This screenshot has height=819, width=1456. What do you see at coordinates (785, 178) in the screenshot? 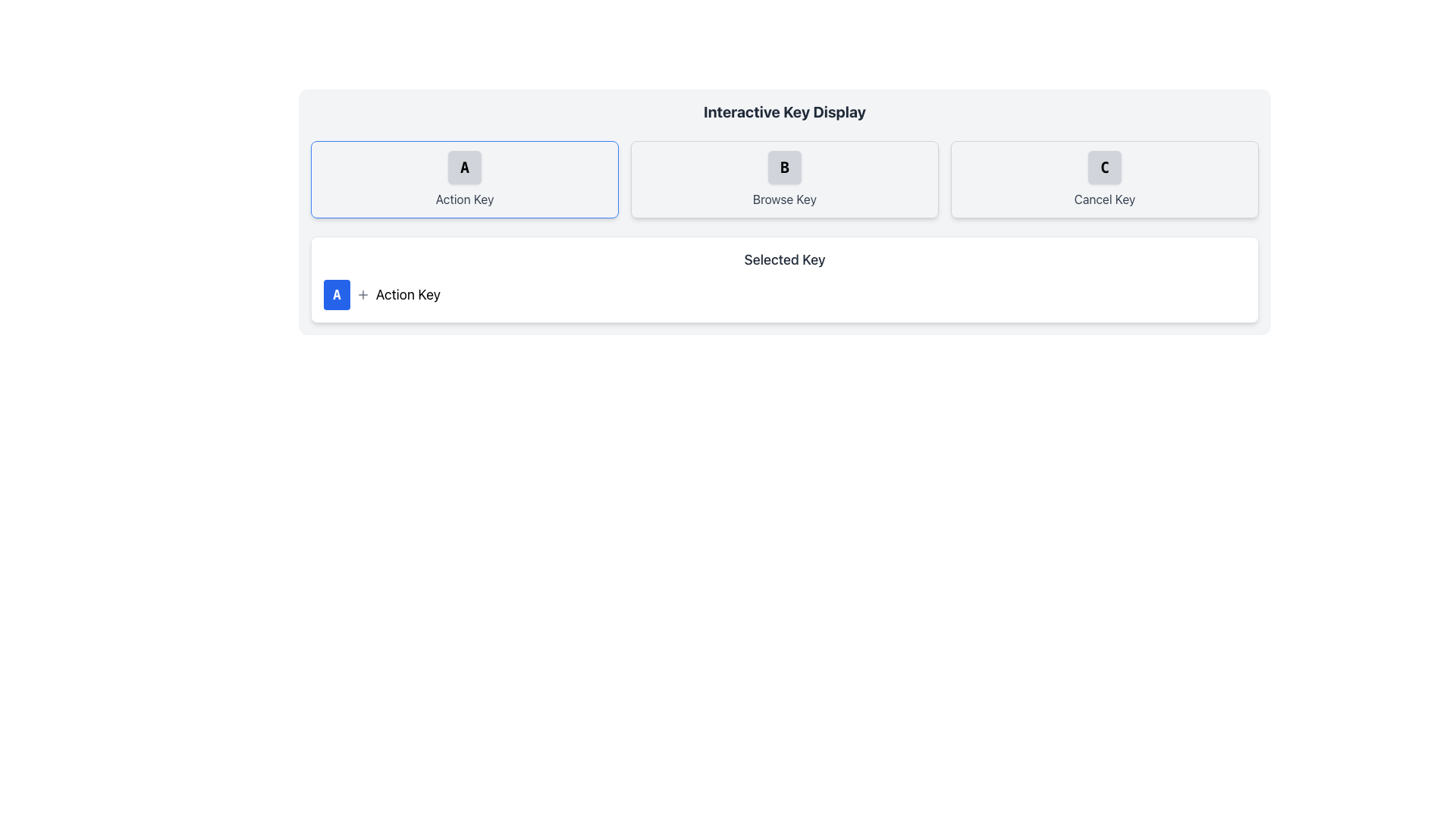
I see `the 'Browse Key' button, which is the center button in a horizontal grid of three buttons` at bounding box center [785, 178].